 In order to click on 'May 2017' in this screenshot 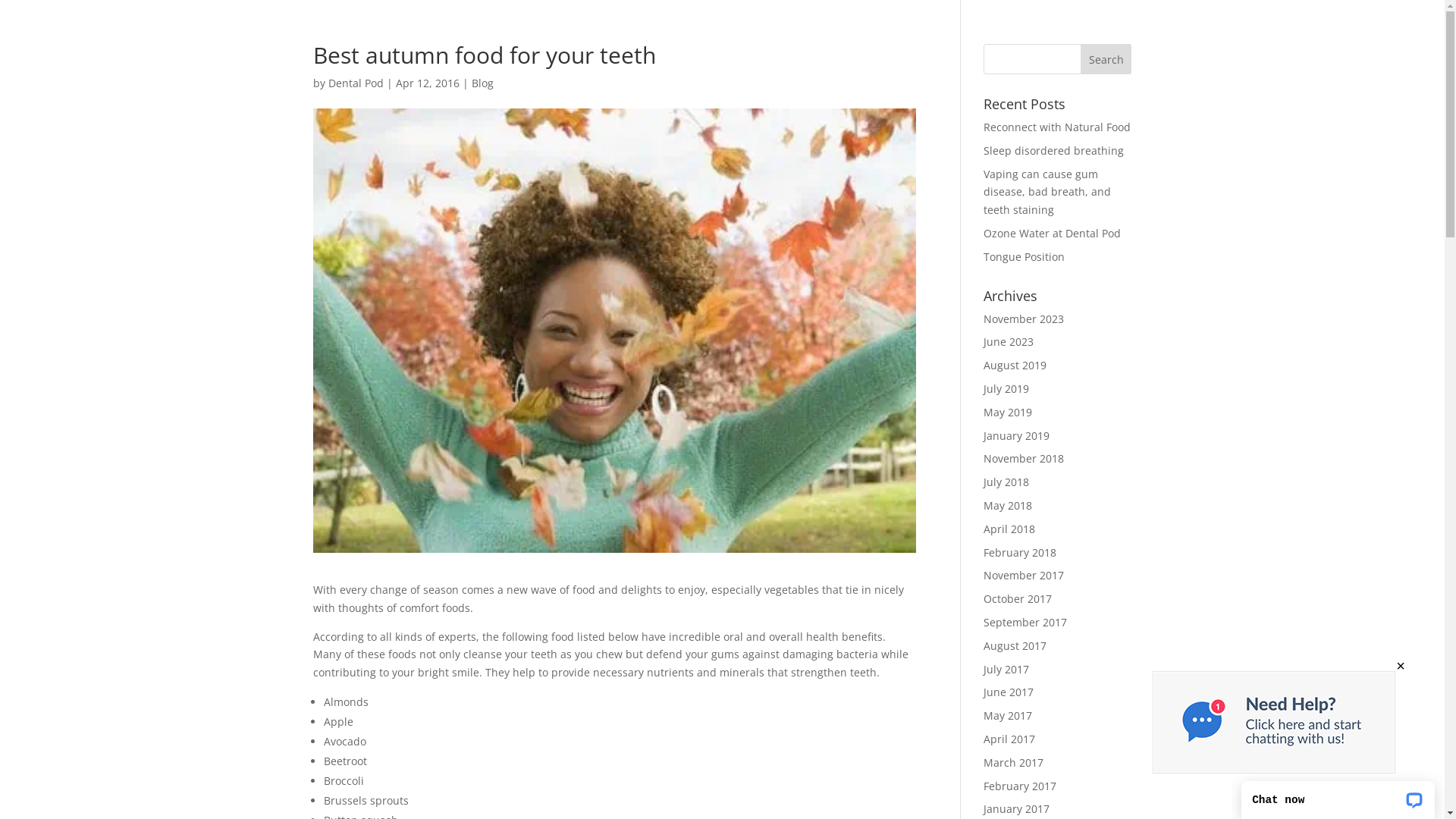, I will do `click(1008, 715)`.